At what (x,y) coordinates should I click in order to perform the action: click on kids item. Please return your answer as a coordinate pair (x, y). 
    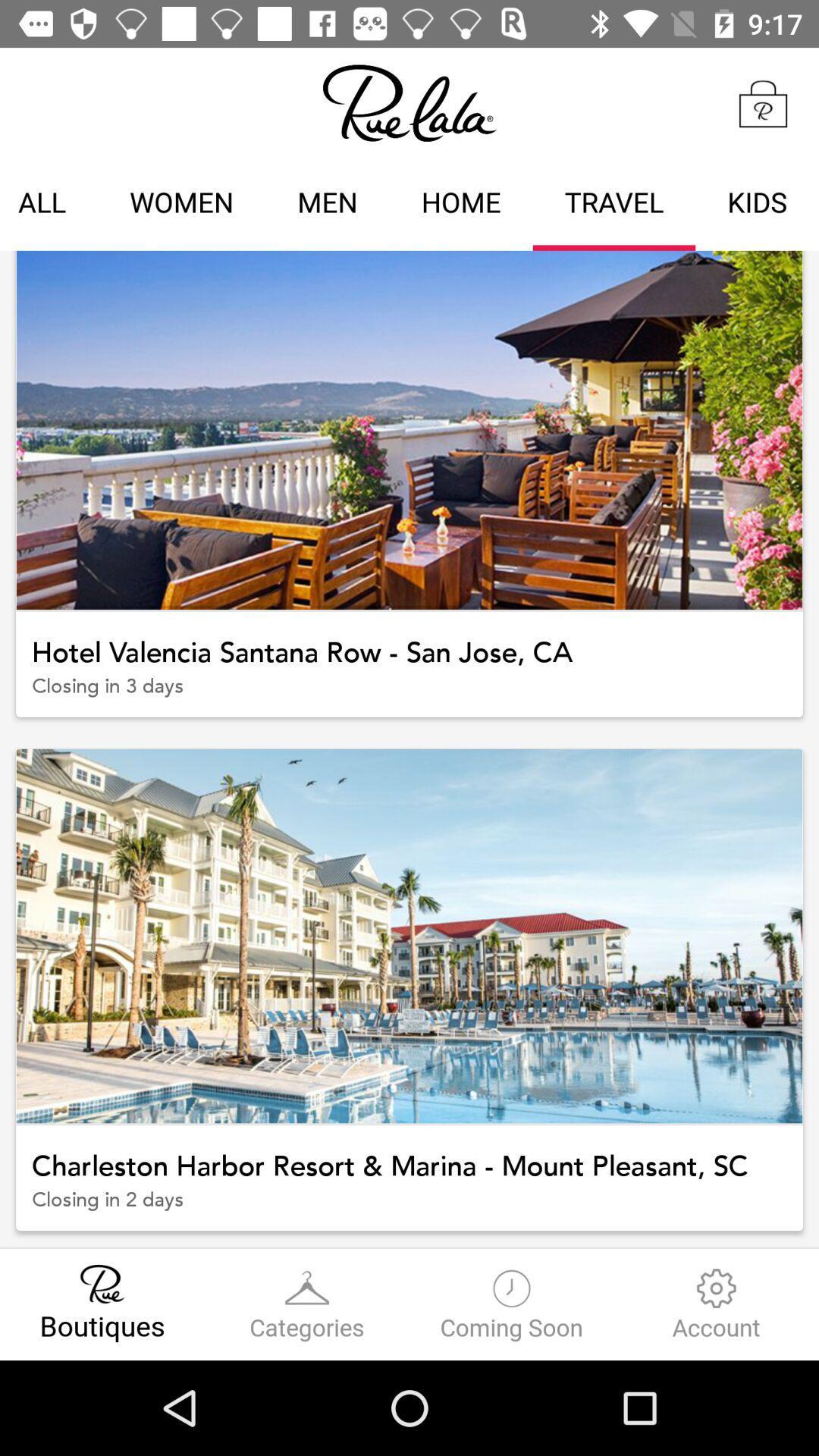
    Looking at the image, I should click on (757, 204).